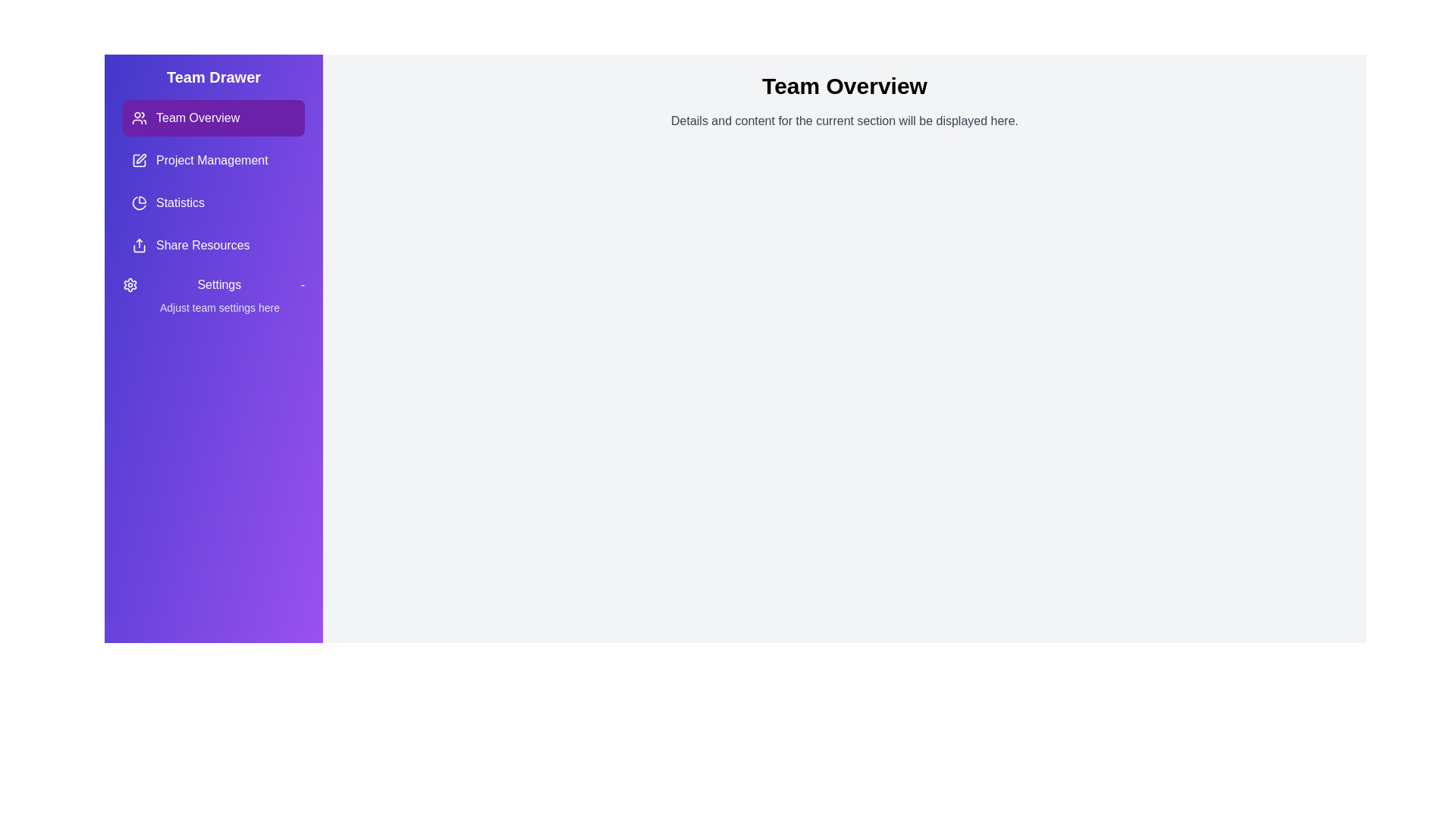 This screenshot has width=1456, height=819. I want to click on the tab Project Management to switch to that section, so click(213, 161).